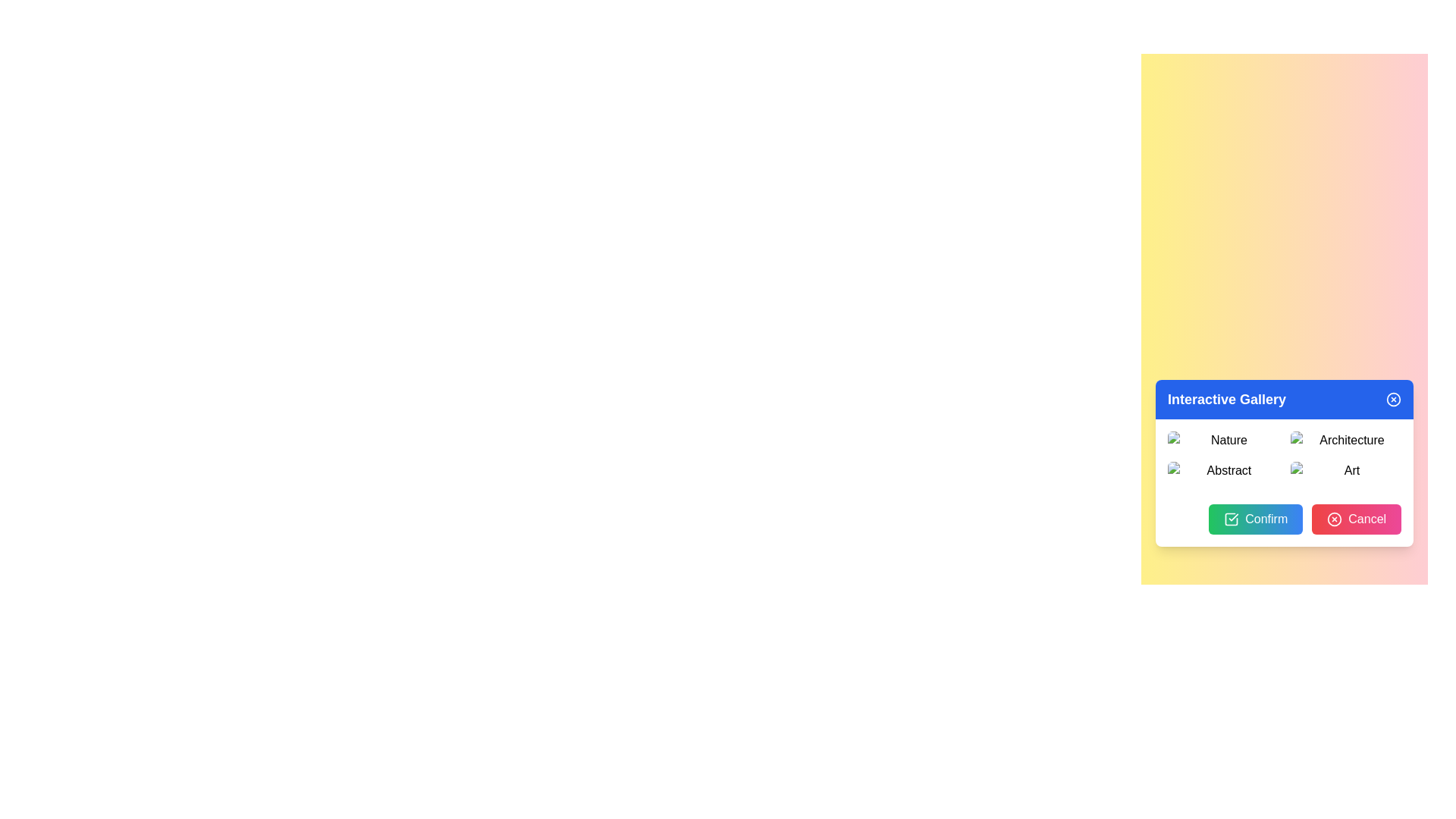  What do you see at coordinates (1346, 441) in the screenshot?
I see `the text label displaying 'Architecture' in bold white font located in the upper-right corner of the card interface` at bounding box center [1346, 441].